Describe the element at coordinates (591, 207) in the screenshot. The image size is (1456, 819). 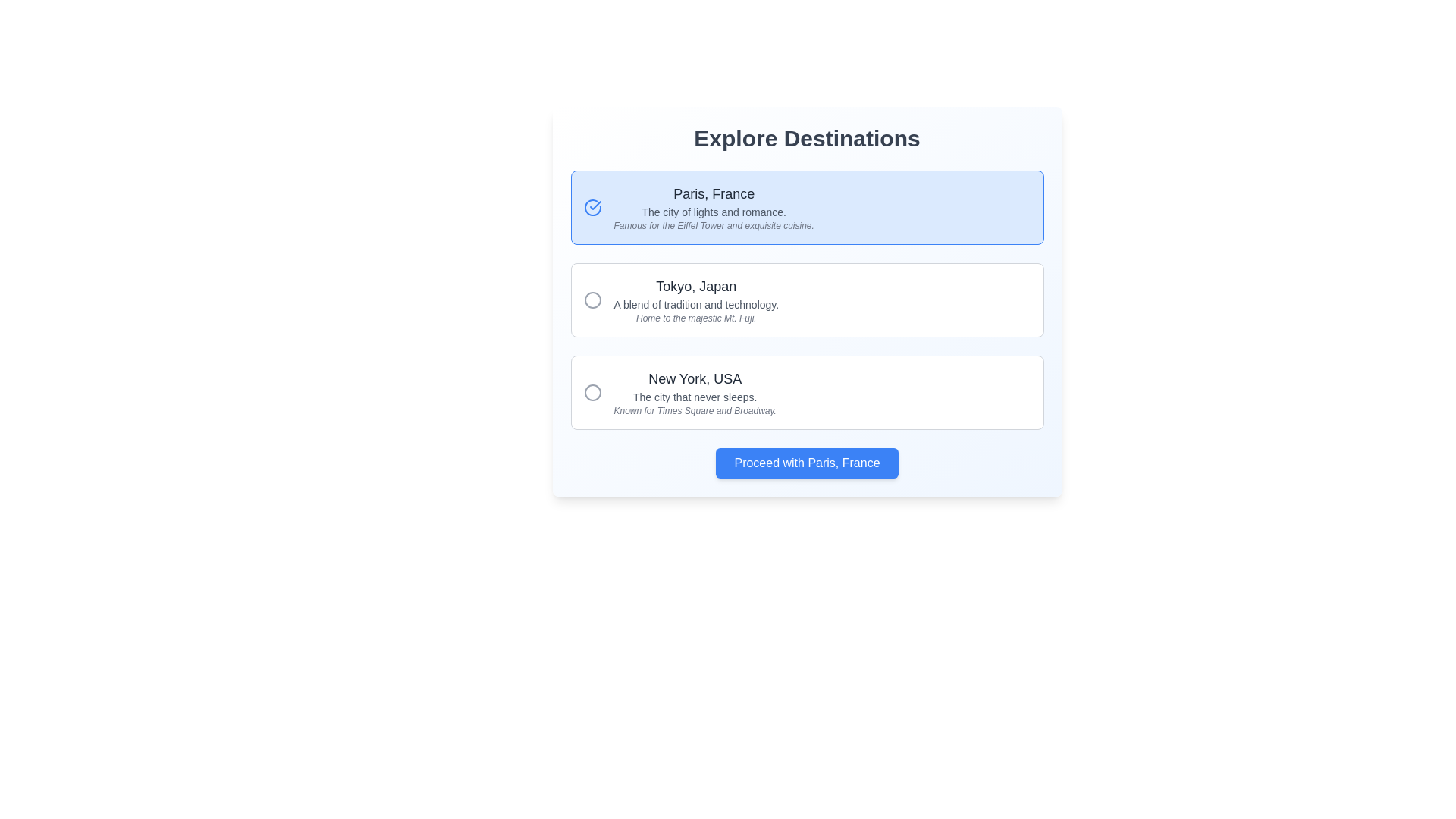
I see `the indicator icon located at the top-left of the card containing the text 'Paris, France: The city of lights and romance.'` at that location.